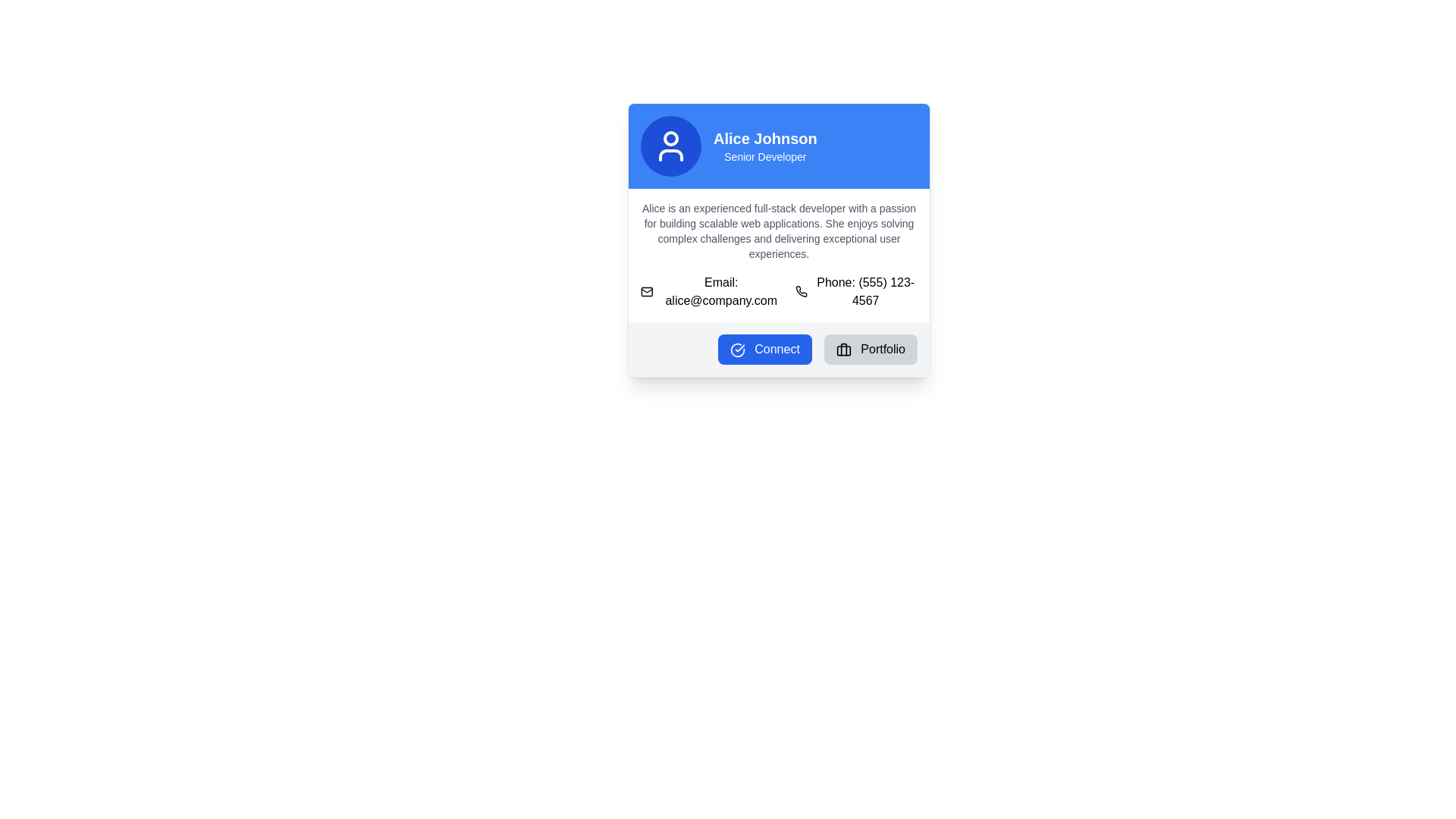 The image size is (1456, 819). What do you see at coordinates (856, 292) in the screenshot?
I see `the phone contact detail element, which is positioned to the right of the email label 'Email: alice@company.com' in the card interface` at bounding box center [856, 292].